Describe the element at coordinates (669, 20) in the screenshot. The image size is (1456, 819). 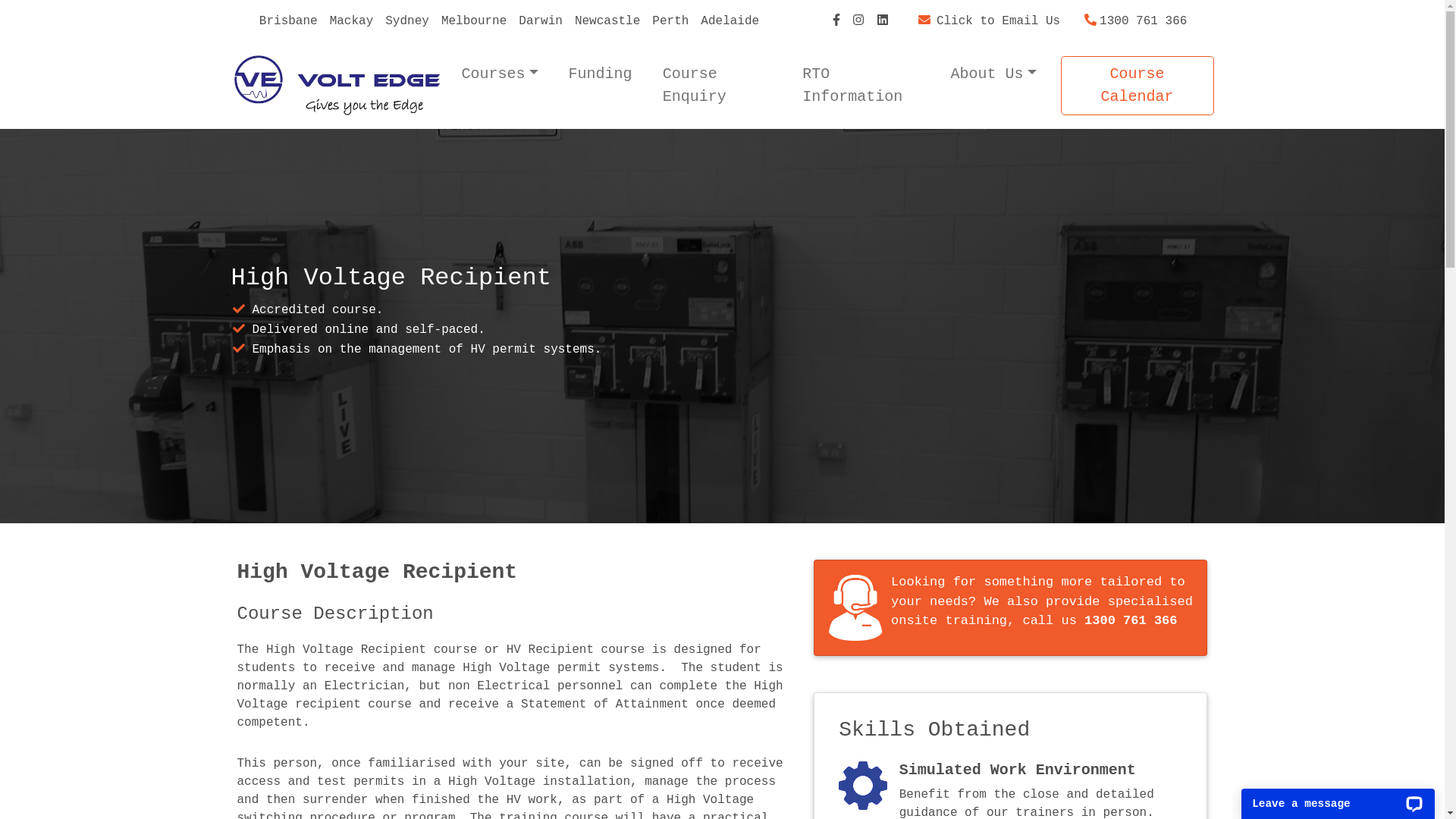
I see `'Perth'` at that location.